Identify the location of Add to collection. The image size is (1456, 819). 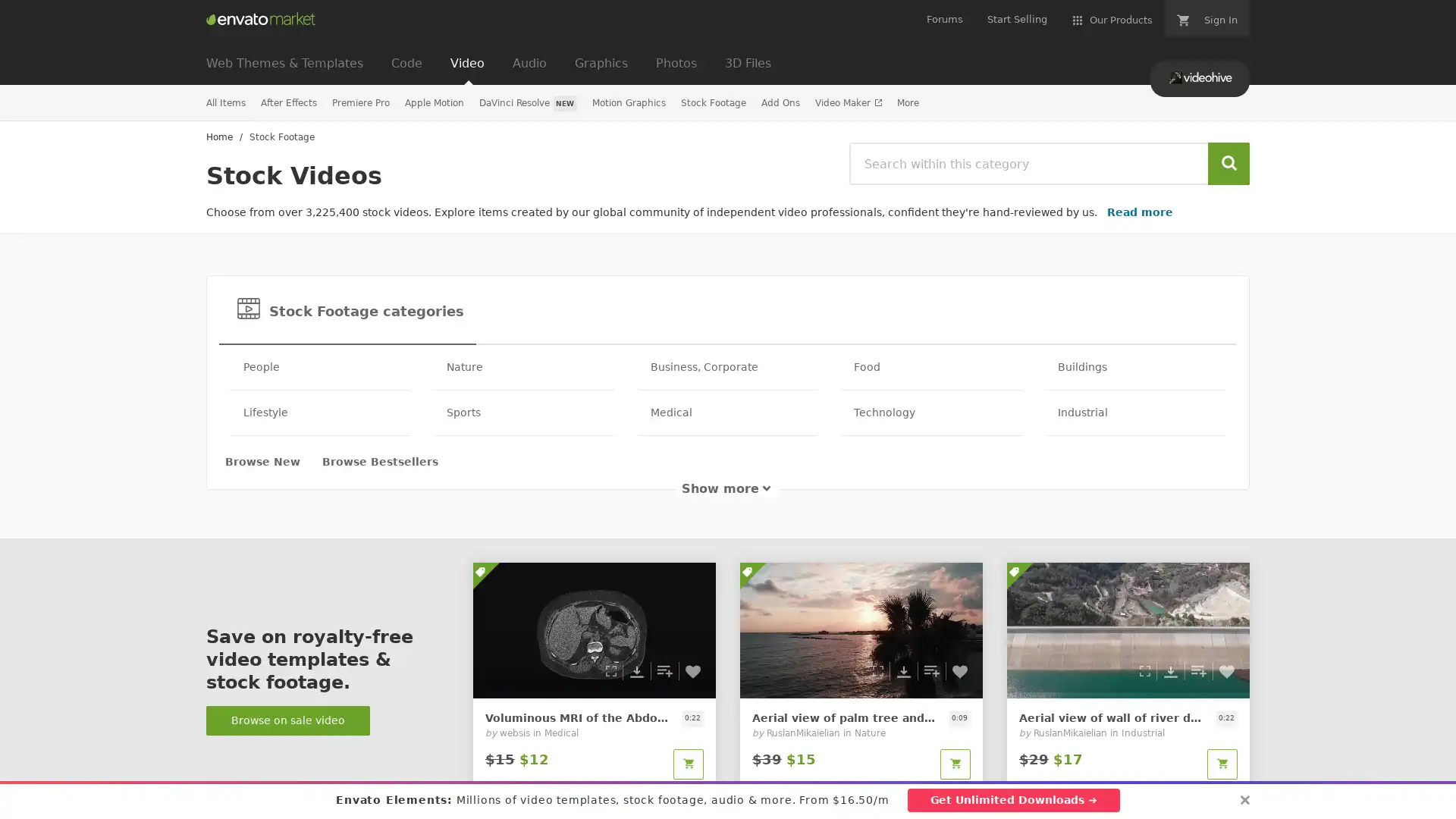
(665, 670).